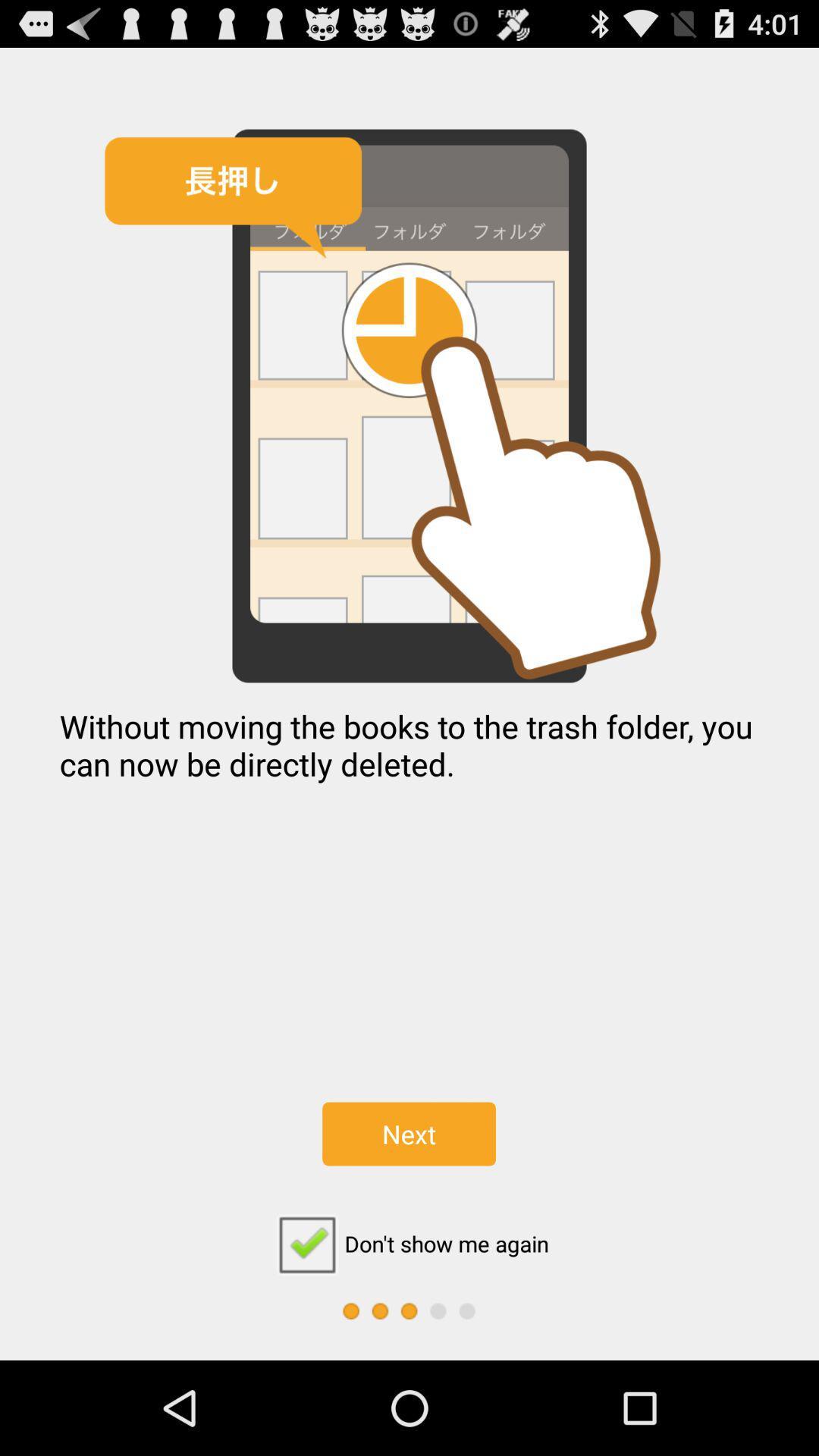  Describe the element at coordinates (408, 1134) in the screenshot. I see `checkbox above the don t show checkbox` at that location.